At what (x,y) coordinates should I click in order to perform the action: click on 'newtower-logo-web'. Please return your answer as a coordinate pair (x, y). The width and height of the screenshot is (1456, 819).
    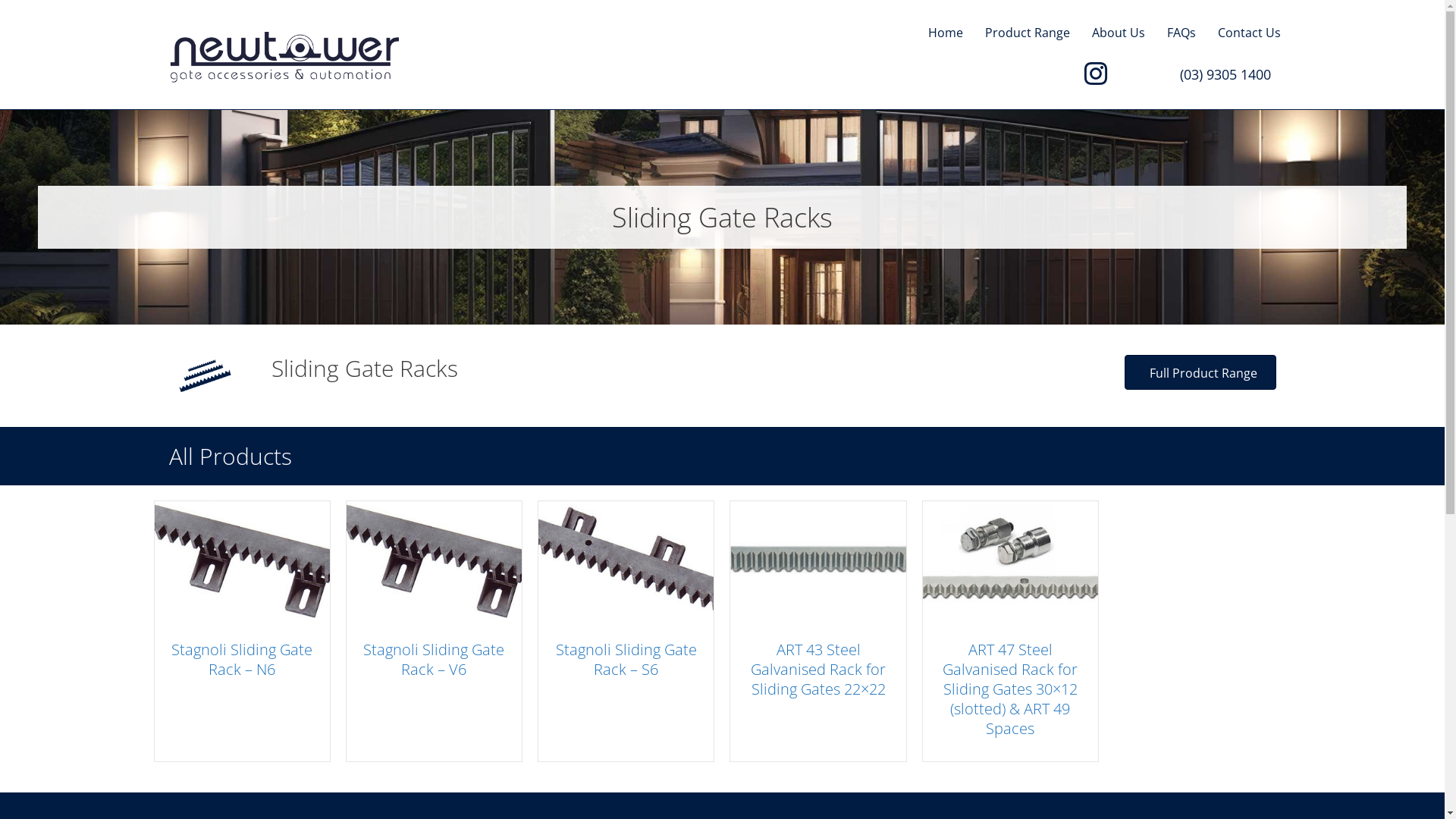
    Looking at the image, I should click on (284, 55).